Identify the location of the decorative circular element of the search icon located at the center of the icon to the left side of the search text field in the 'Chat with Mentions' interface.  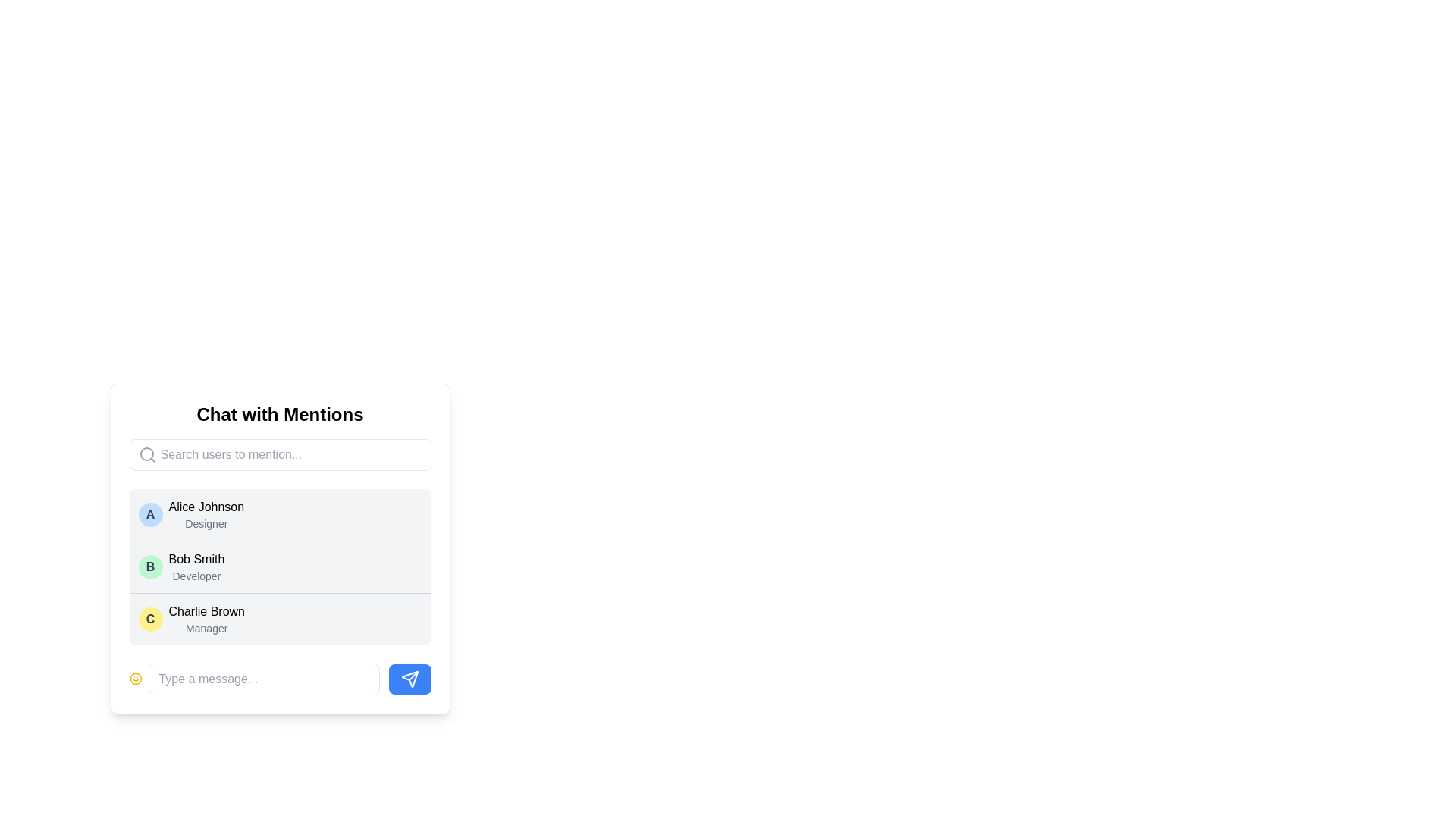
(146, 453).